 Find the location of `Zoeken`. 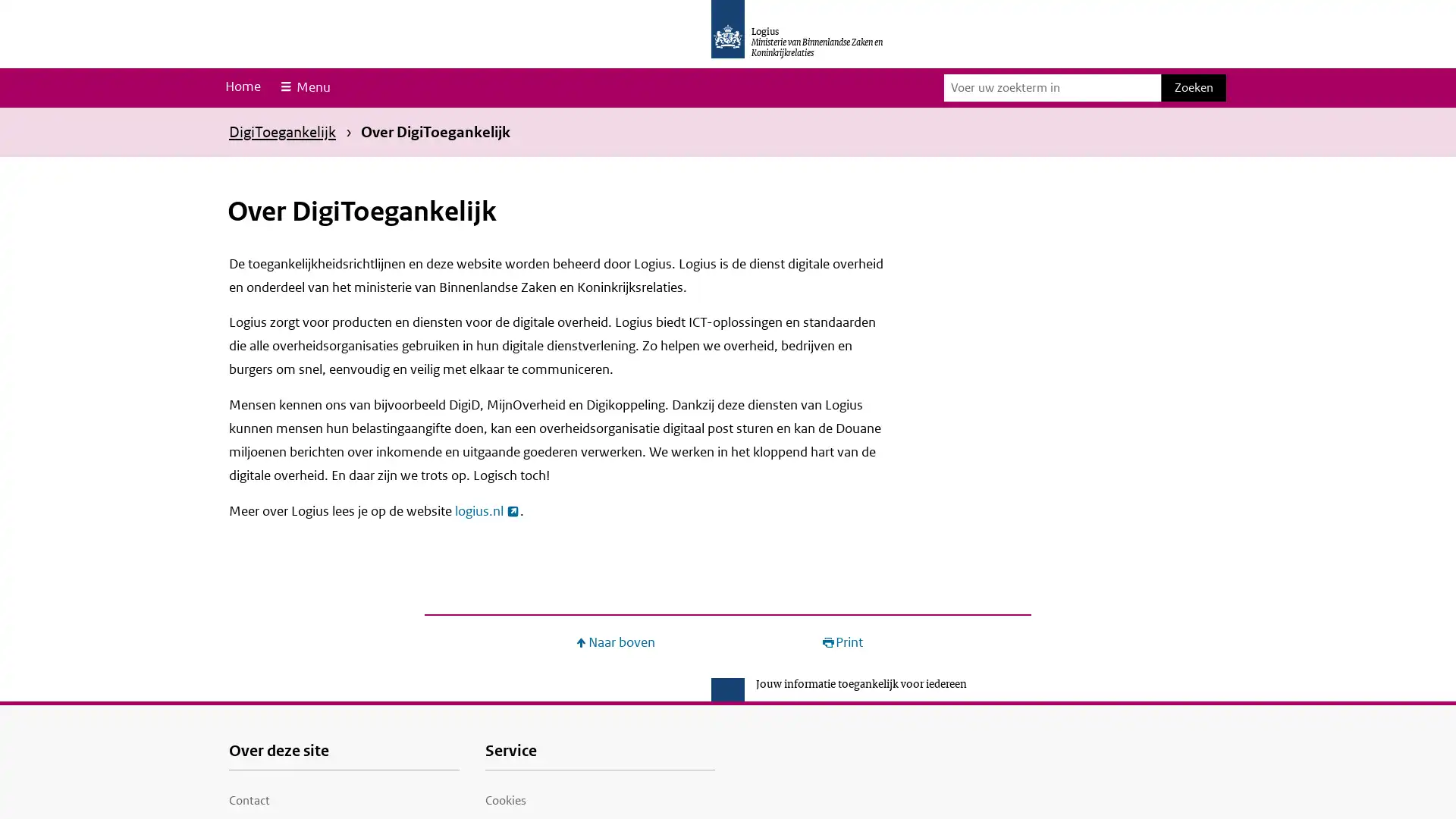

Zoeken is located at coordinates (1193, 87).